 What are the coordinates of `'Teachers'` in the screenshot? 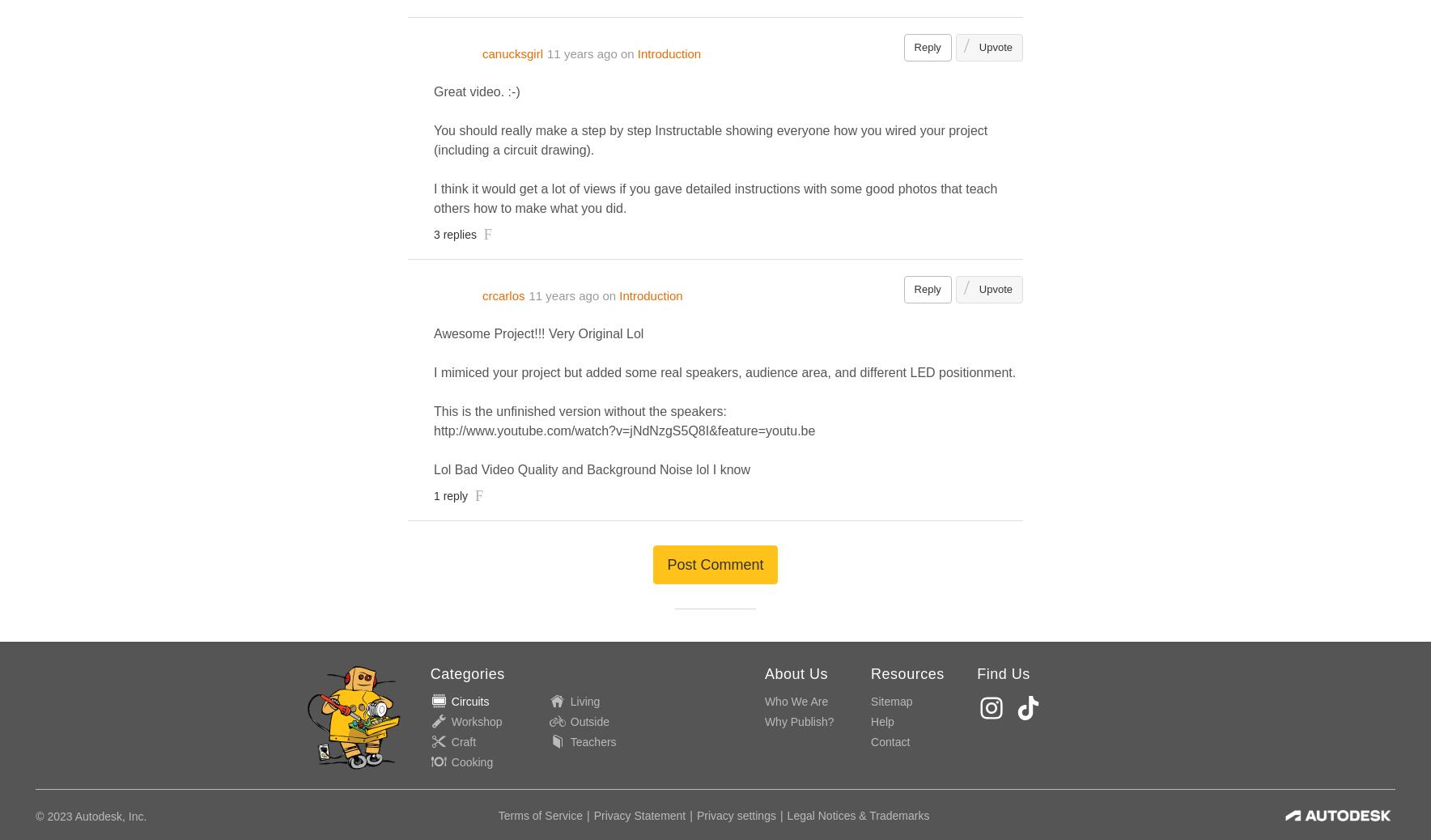 It's located at (592, 741).